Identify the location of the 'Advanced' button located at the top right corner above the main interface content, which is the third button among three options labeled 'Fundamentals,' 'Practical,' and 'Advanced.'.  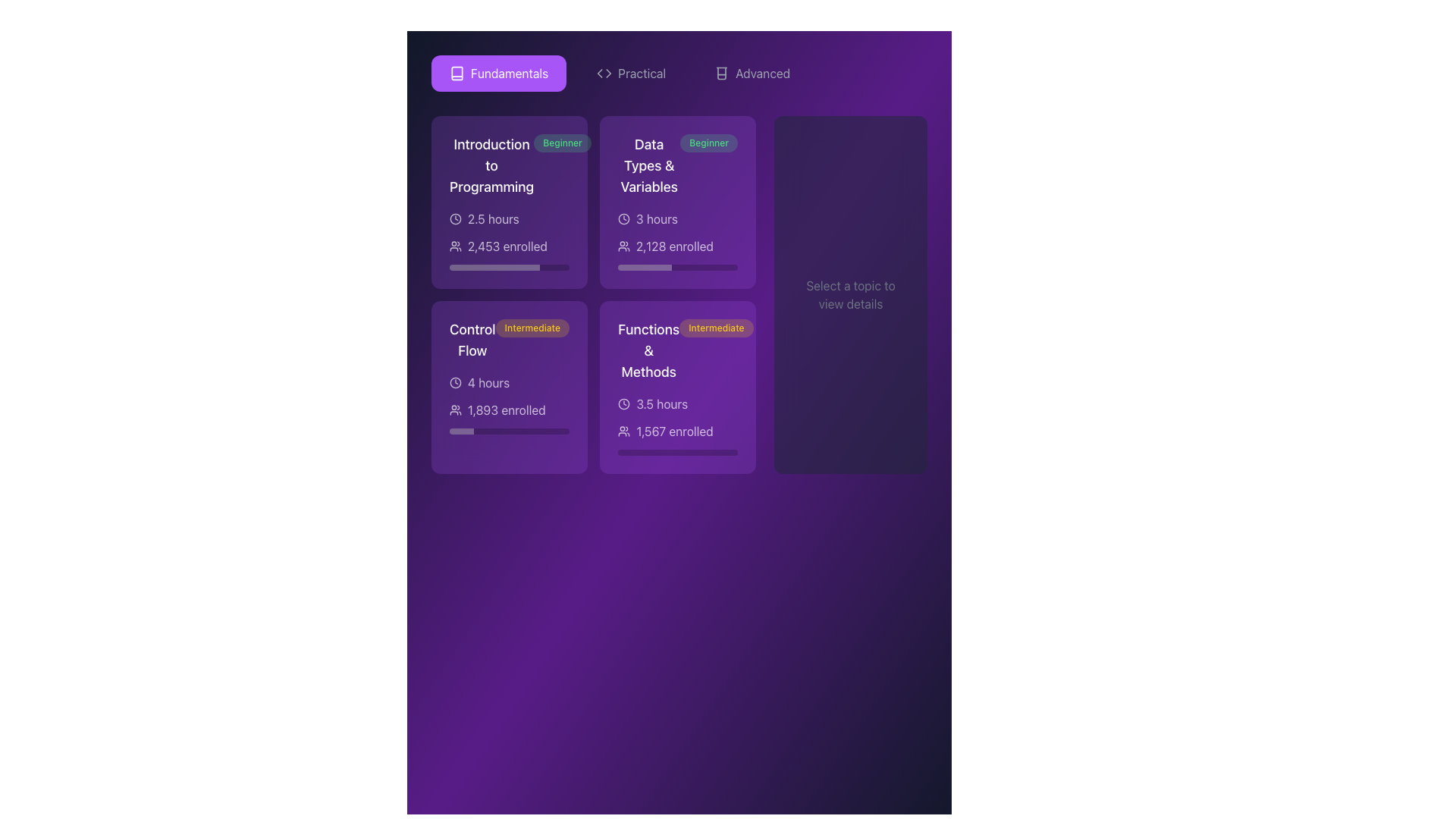
(752, 73).